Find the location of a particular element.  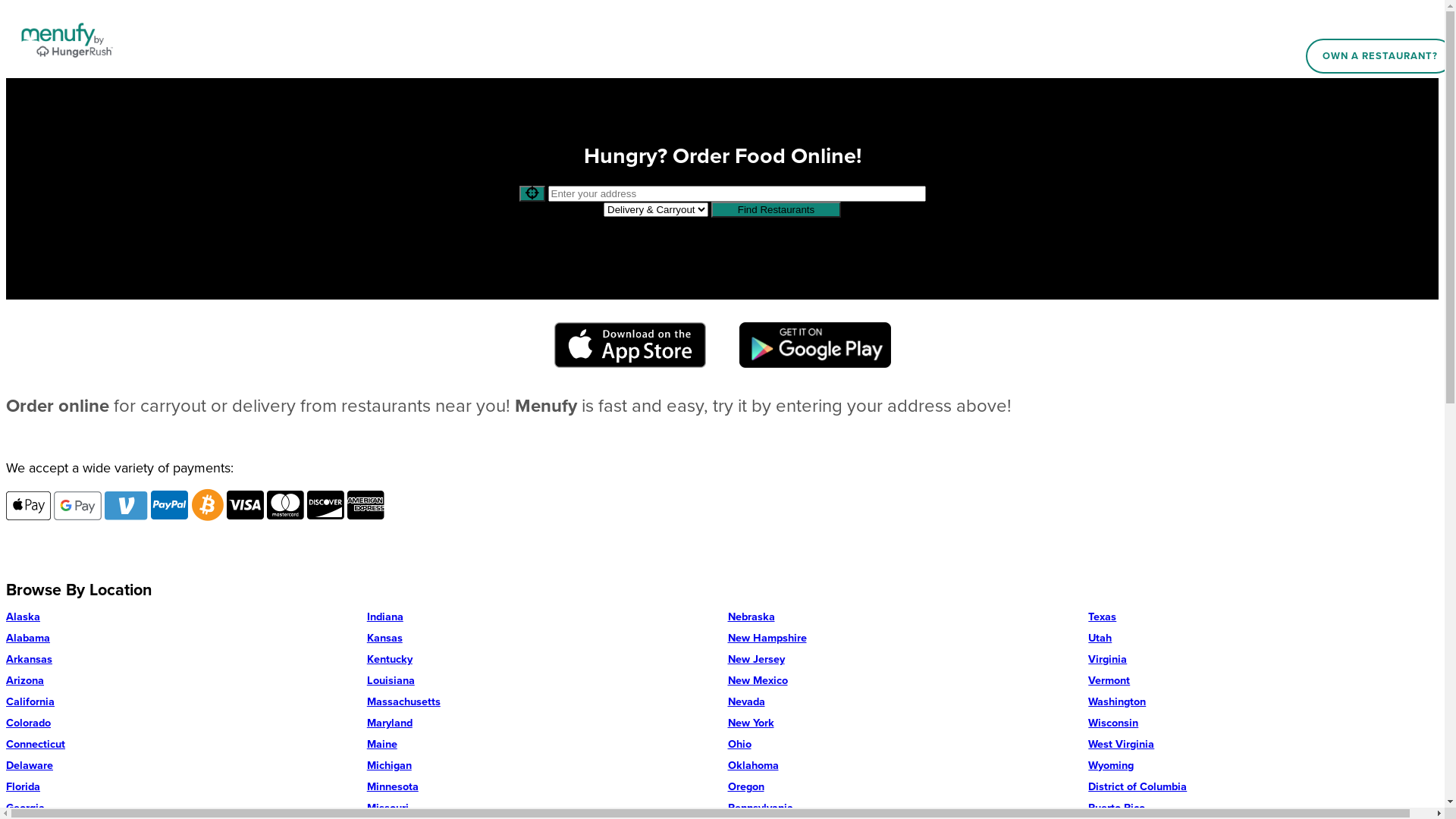

'Accepts Google Pay' is located at coordinates (76, 506).